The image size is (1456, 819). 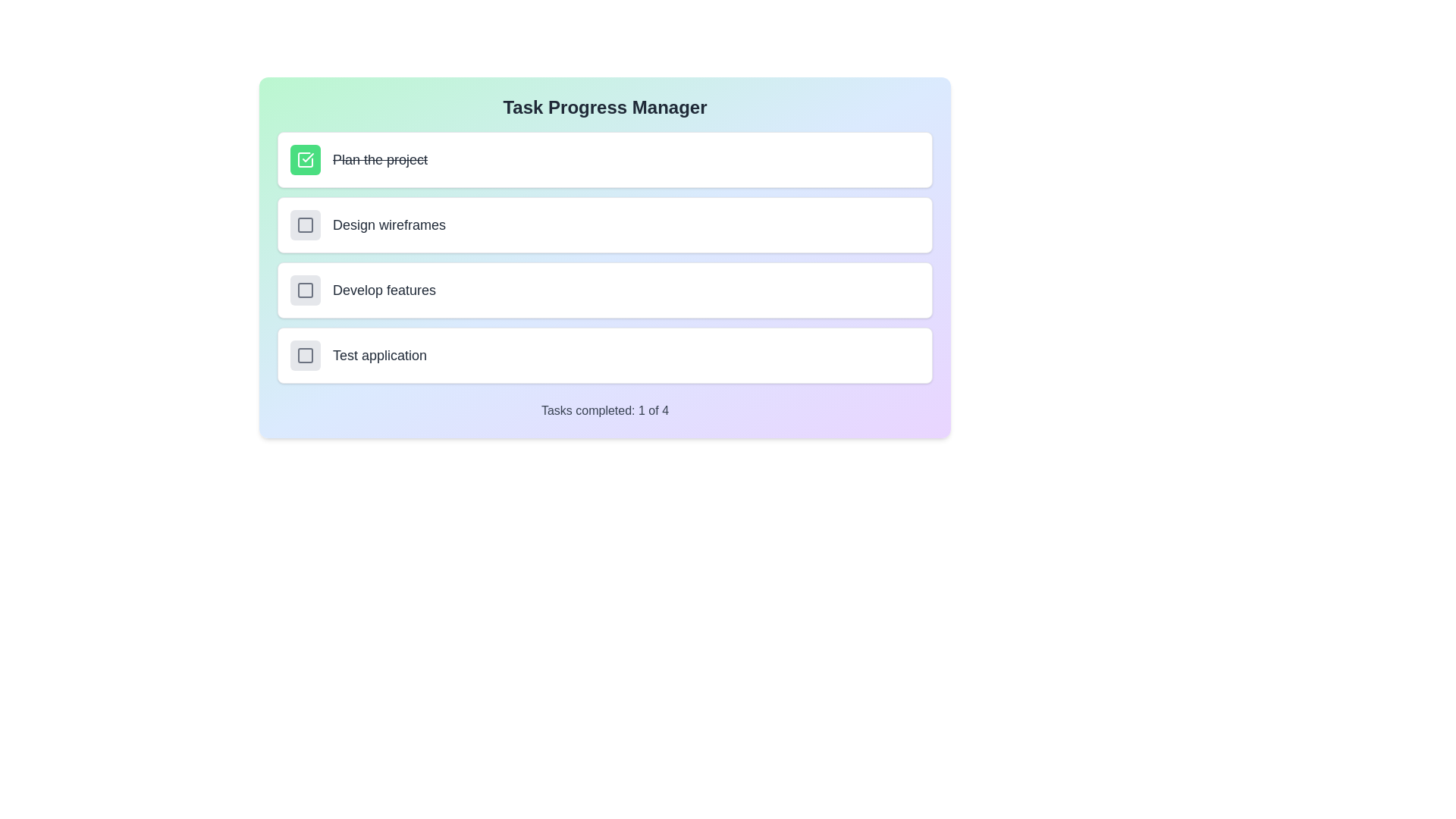 I want to click on the text label 'Develop features' in the task list, which is the third item below 'Design wireframes' and above 'Test application', so click(x=384, y=290).